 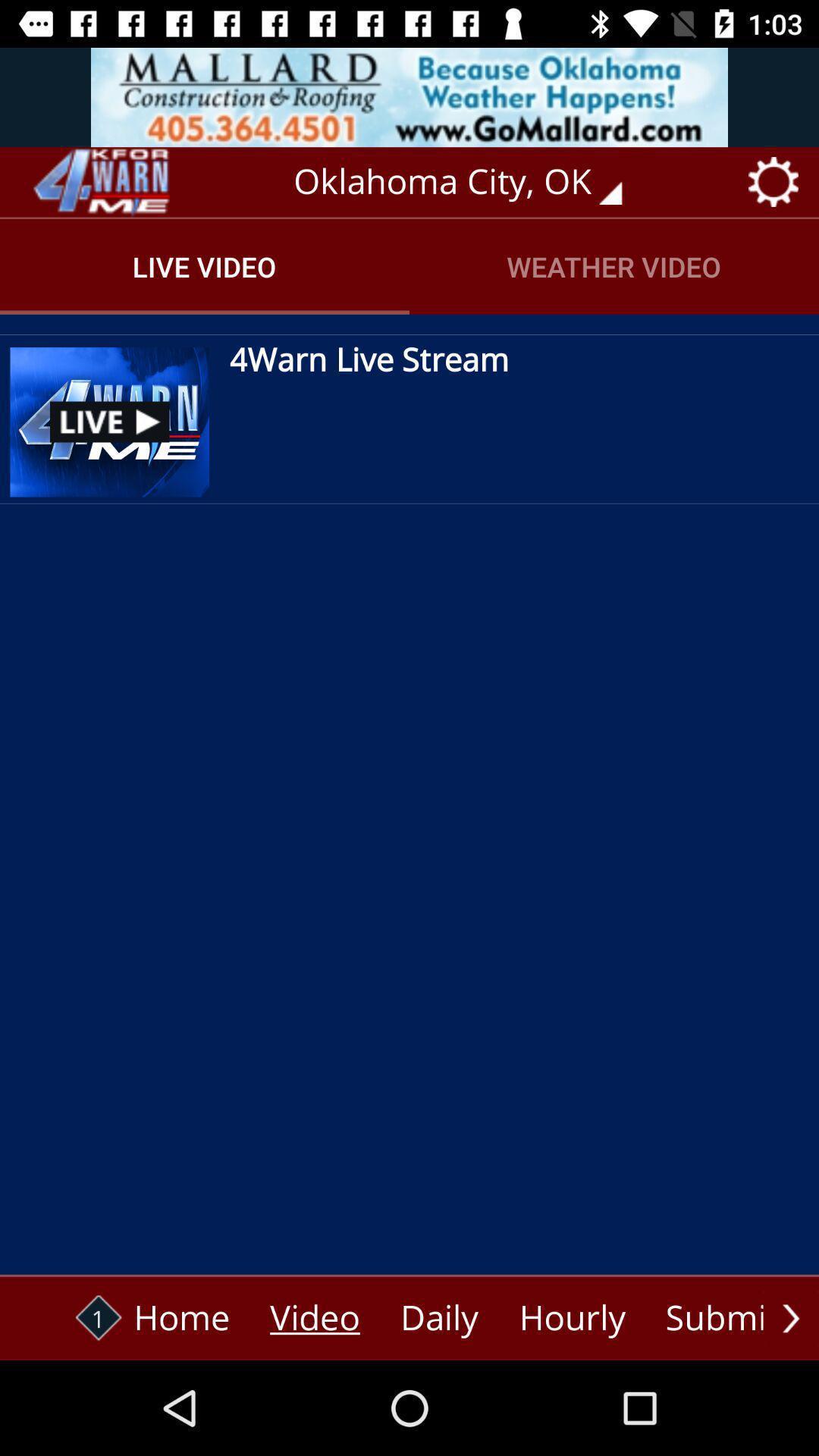 I want to click on oklahoma city, ok, so click(x=468, y=182).